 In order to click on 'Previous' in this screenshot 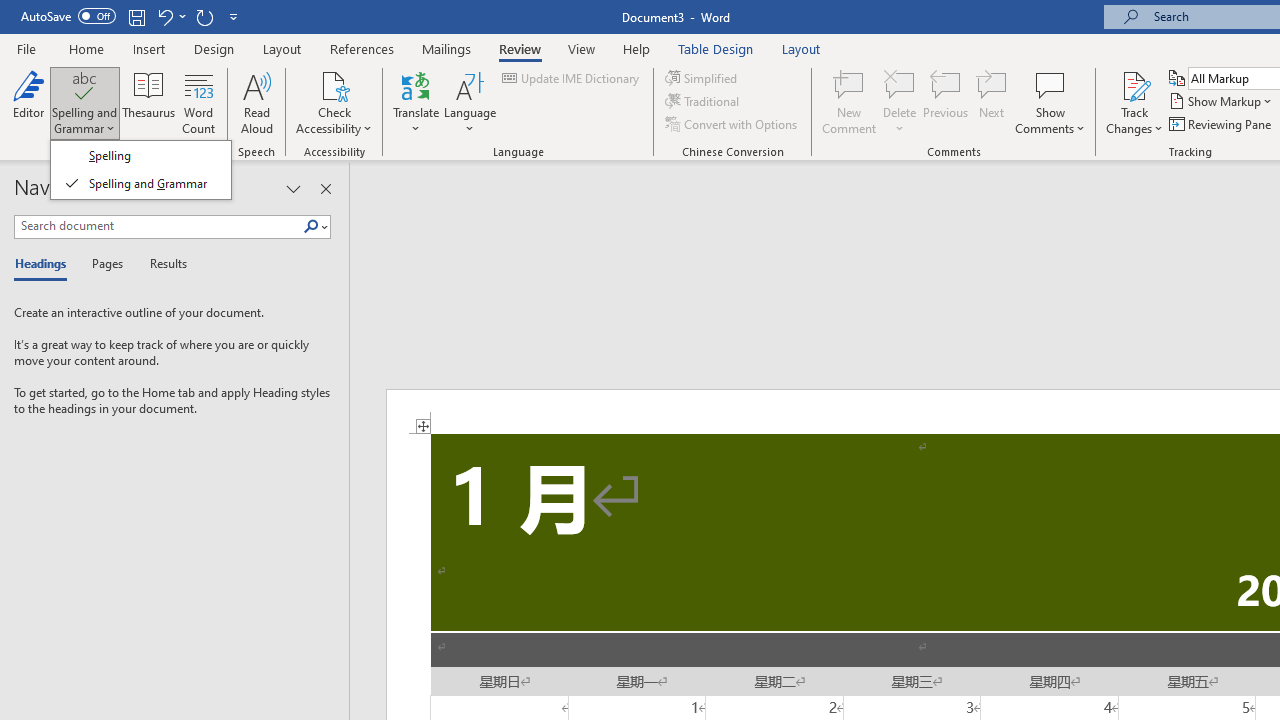, I will do `click(945, 103)`.